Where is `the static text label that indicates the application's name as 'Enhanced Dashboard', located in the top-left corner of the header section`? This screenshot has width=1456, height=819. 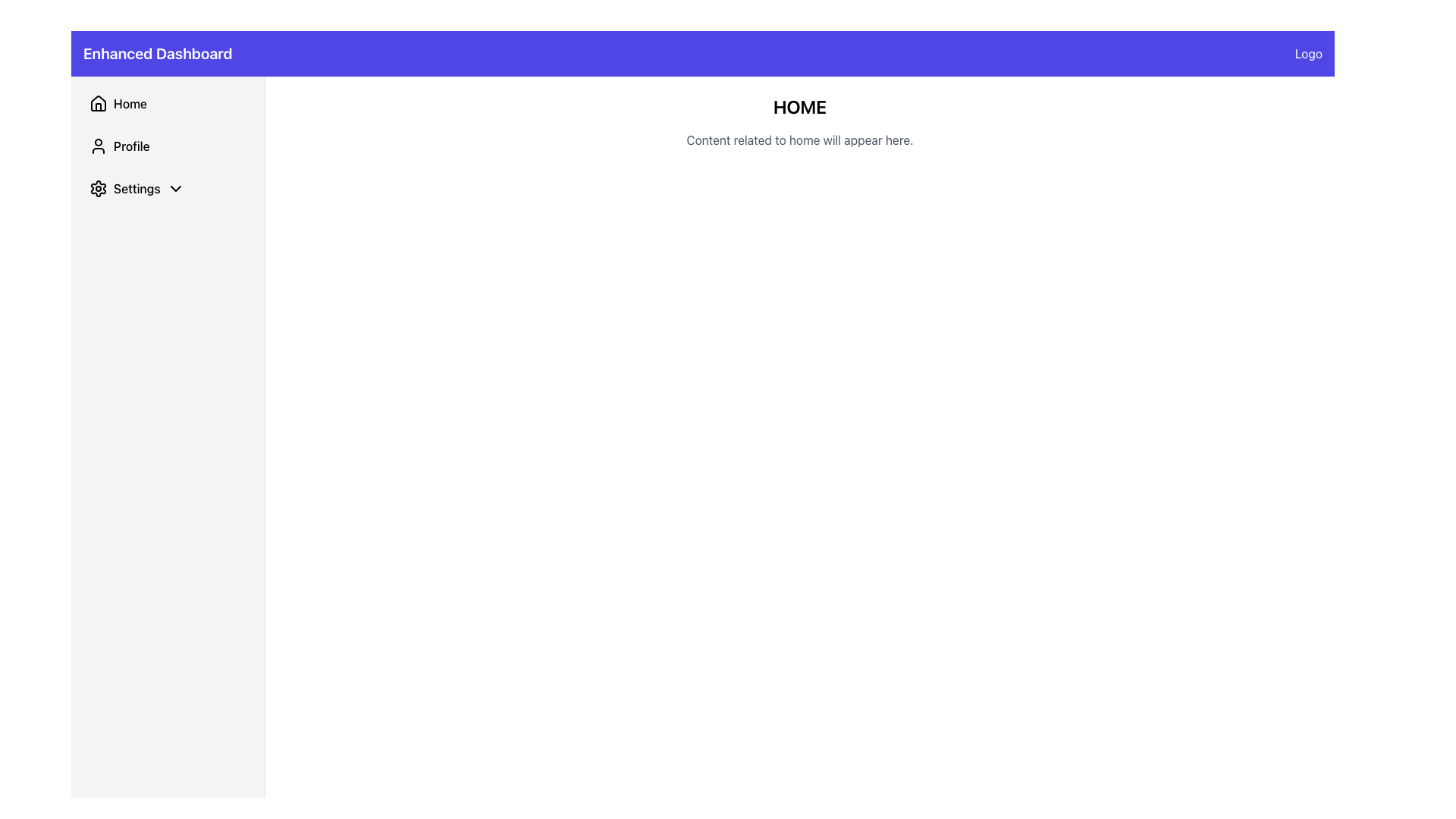 the static text label that indicates the application's name as 'Enhanced Dashboard', located in the top-left corner of the header section is located at coordinates (158, 52).